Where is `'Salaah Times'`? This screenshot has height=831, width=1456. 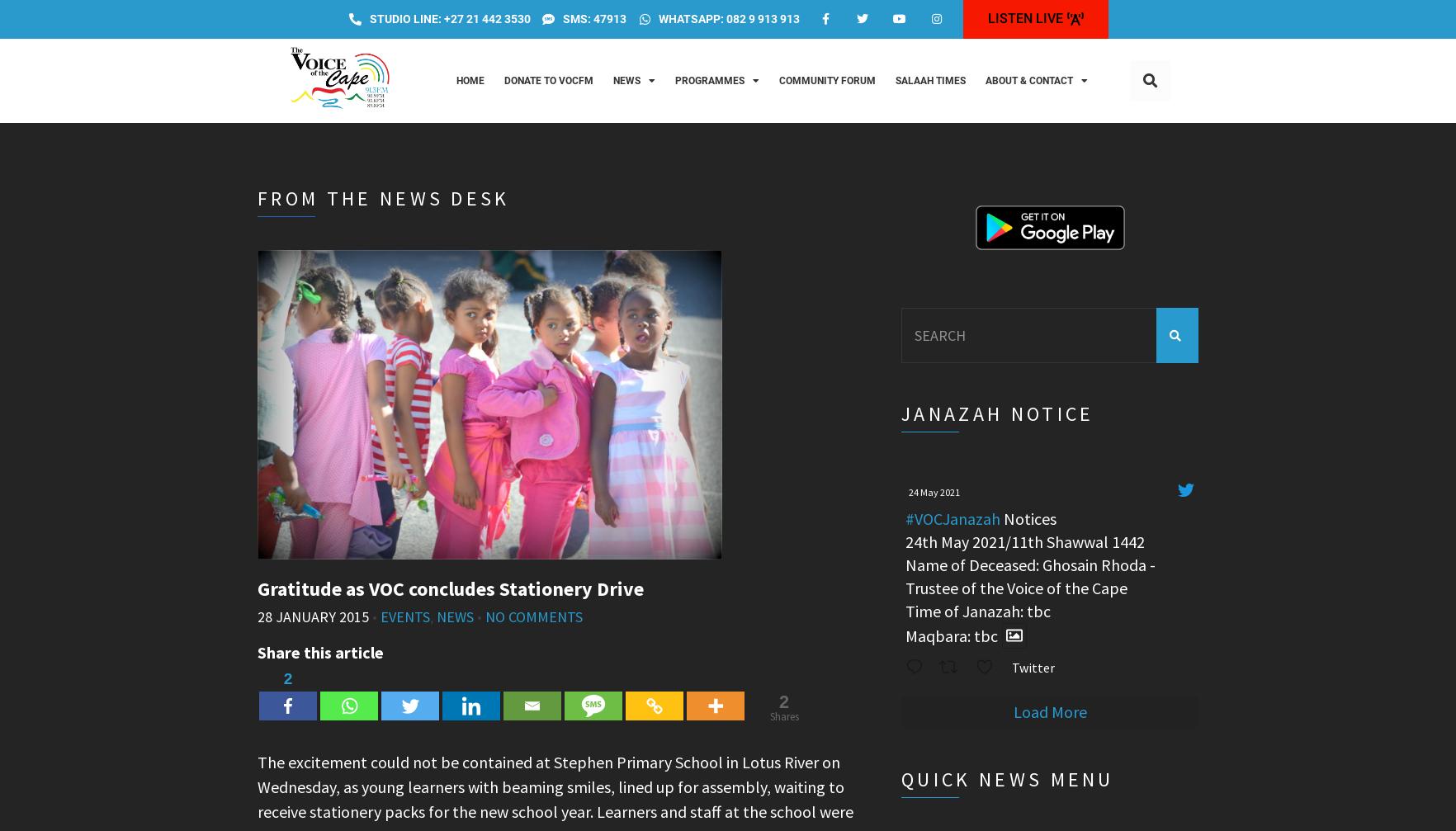 'Salaah Times' is located at coordinates (930, 79).